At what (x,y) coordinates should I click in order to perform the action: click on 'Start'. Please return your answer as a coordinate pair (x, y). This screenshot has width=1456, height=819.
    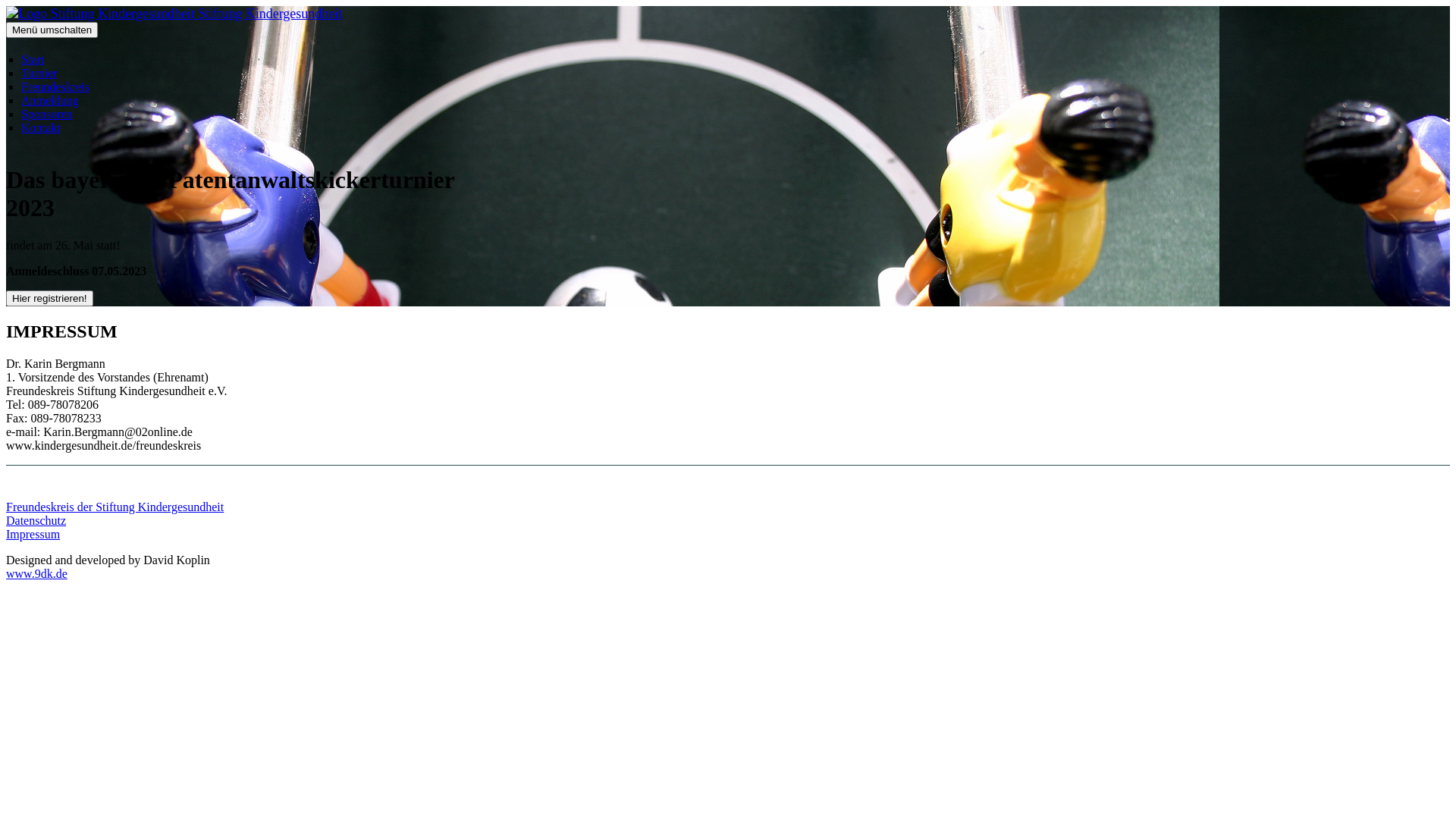
    Looking at the image, I should click on (33, 58).